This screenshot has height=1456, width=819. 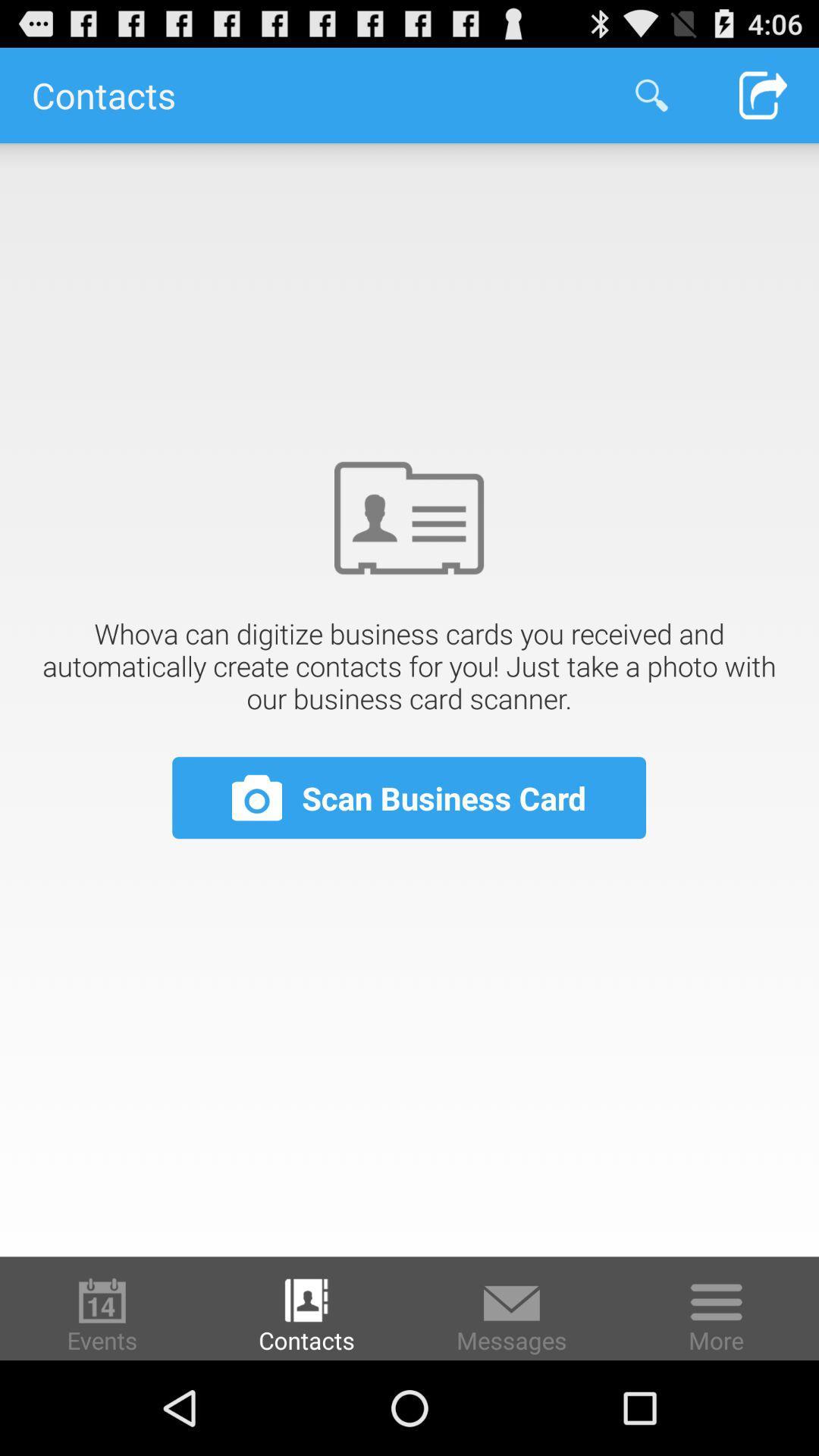 I want to click on item next to the contacts icon, so click(x=651, y=94).